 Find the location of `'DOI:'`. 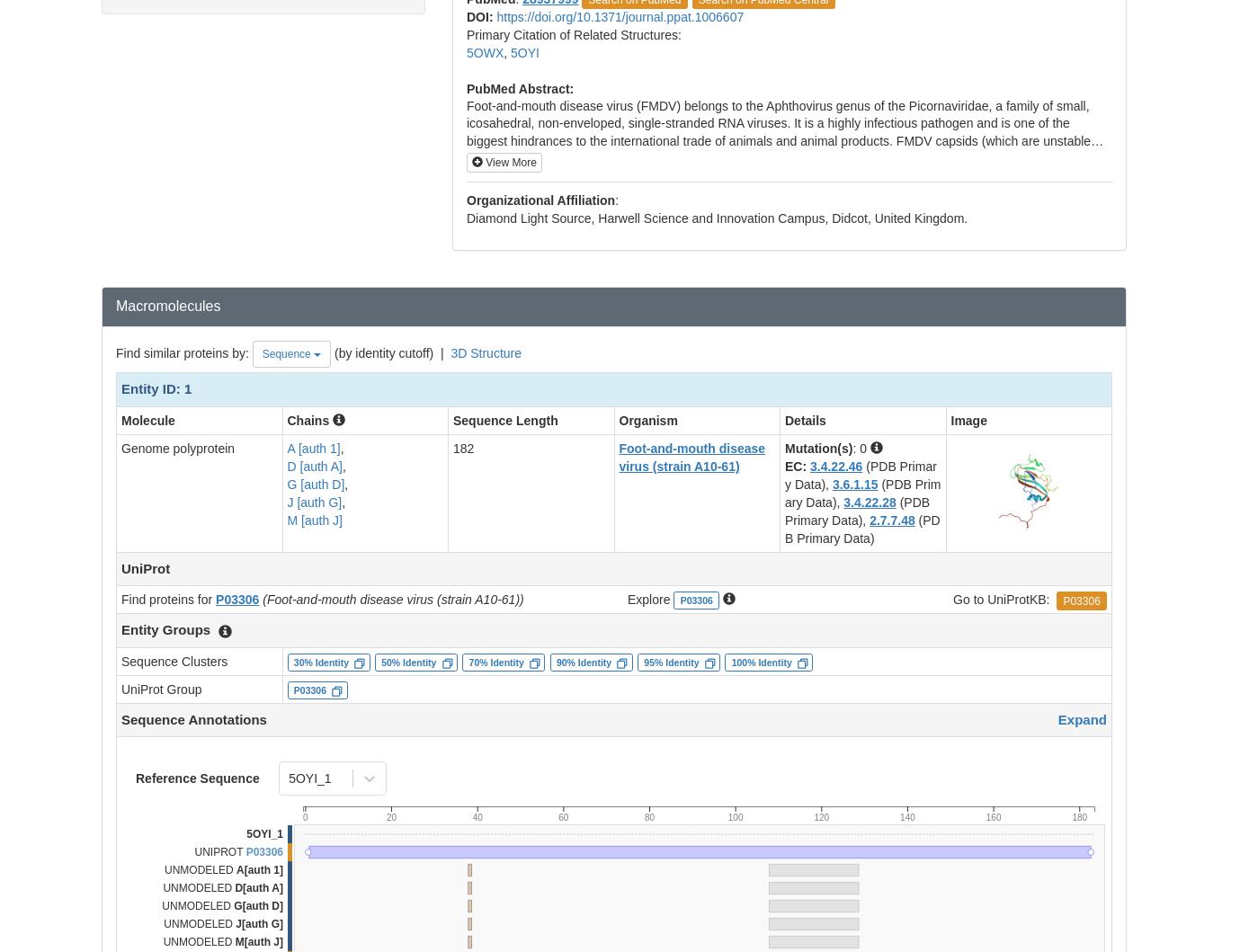

'DOI:' is located at coordinates (481, 16).